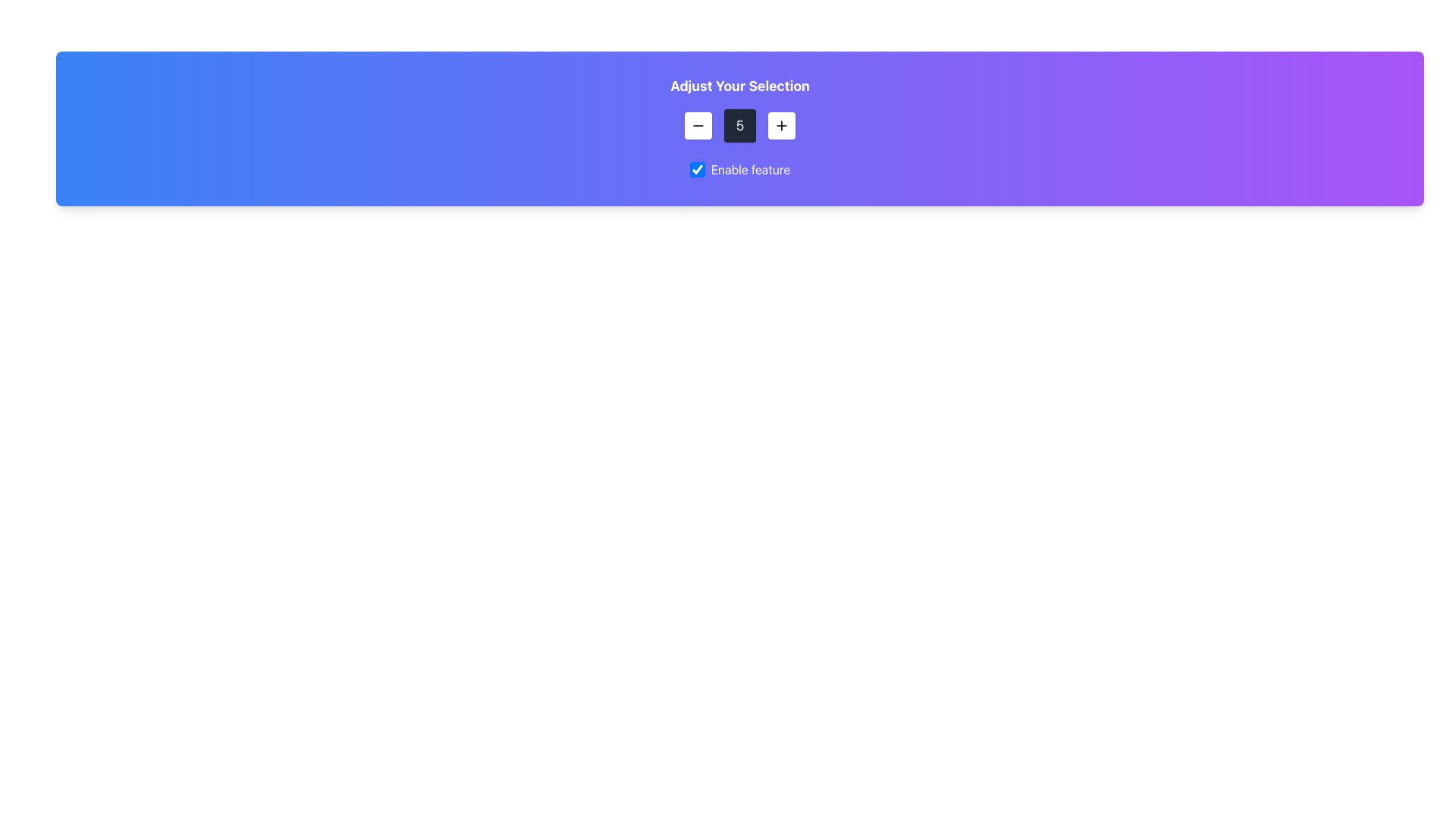 The height and width of the screenshot is (819, 1456). What do you see at coordinates (696, 169) in the screenshot?
I see `the checkbox located to the left of the text 'Enable feature'` at bounding box center [696, 169].